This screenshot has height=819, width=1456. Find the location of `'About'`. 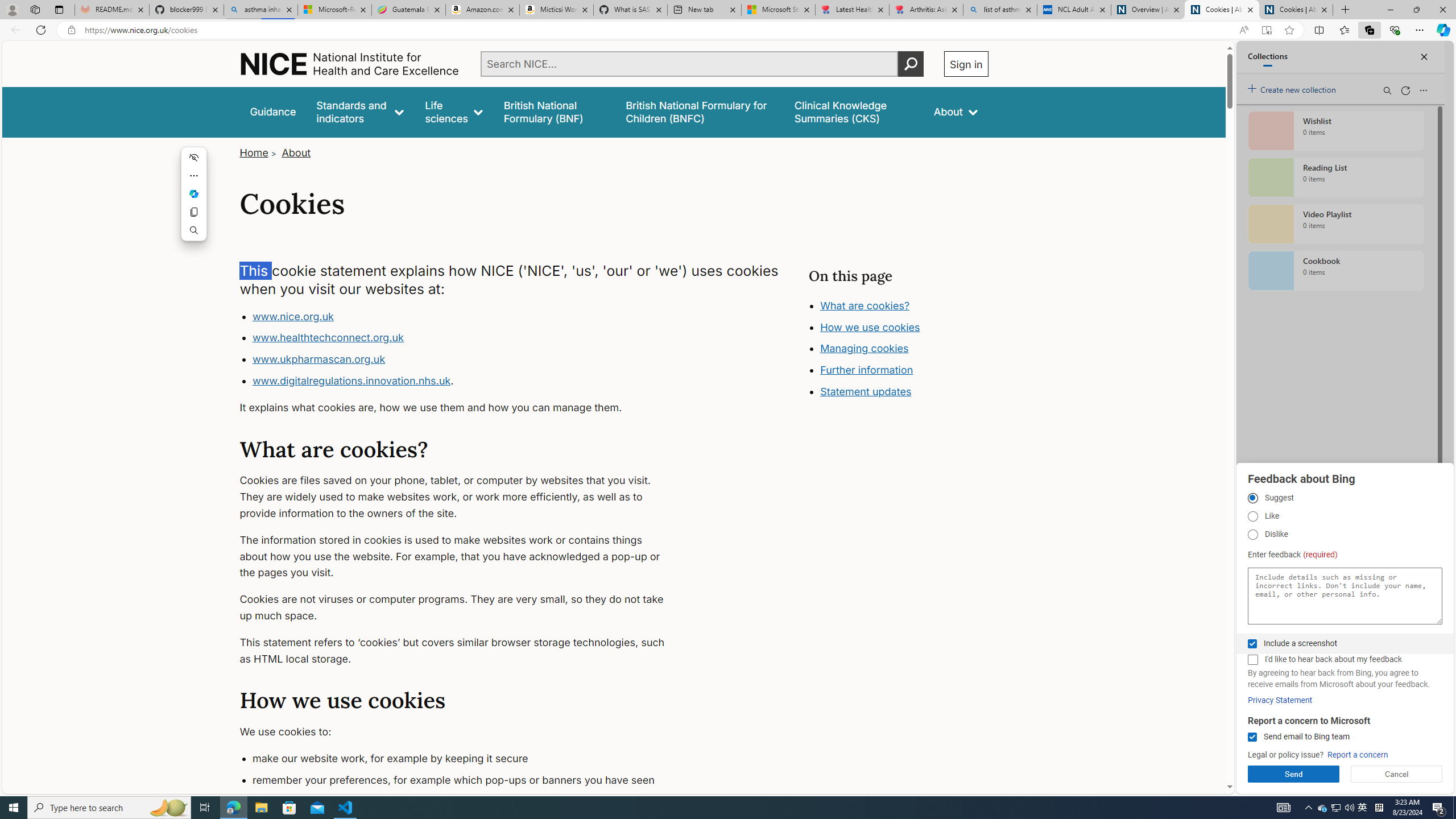

'About' is located at coordinates (955, 111).